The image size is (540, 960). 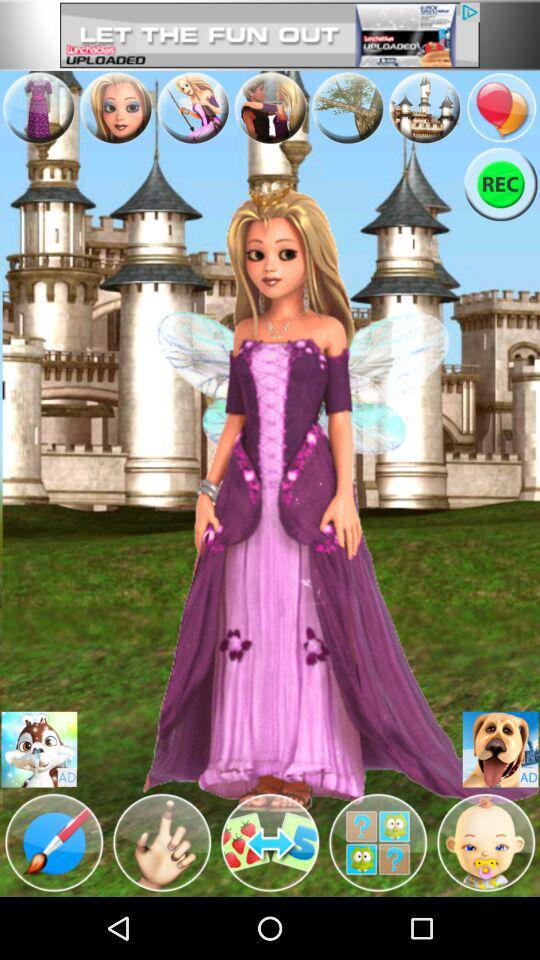 What do you see at coordinates (54, 841) in the screenshot?
I see `stencil` at bounding box center [54, 841].